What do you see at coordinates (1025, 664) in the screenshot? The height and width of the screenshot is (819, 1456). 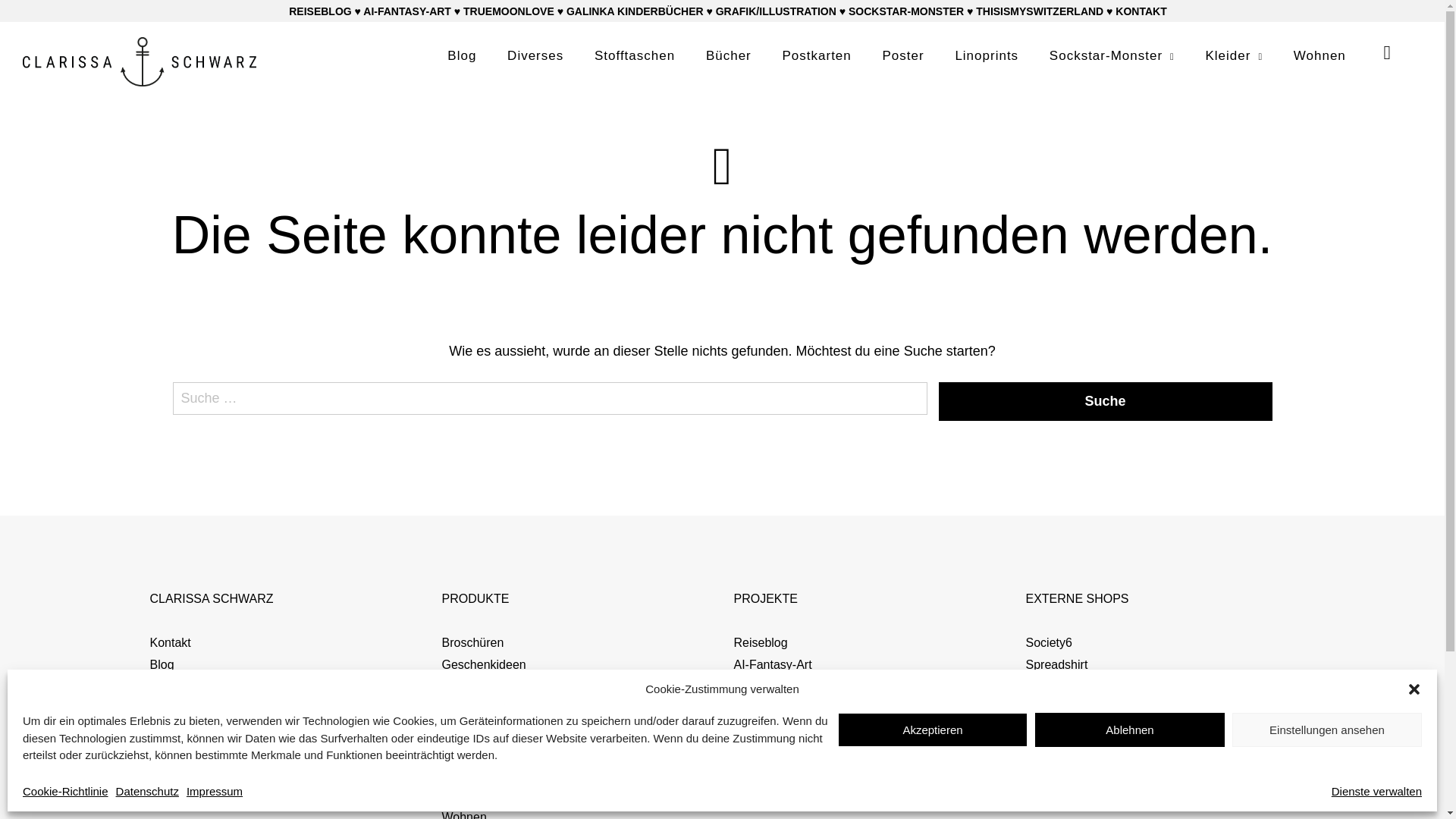 I see `'Spreadshirt'` at bounding box center [1025, 664].